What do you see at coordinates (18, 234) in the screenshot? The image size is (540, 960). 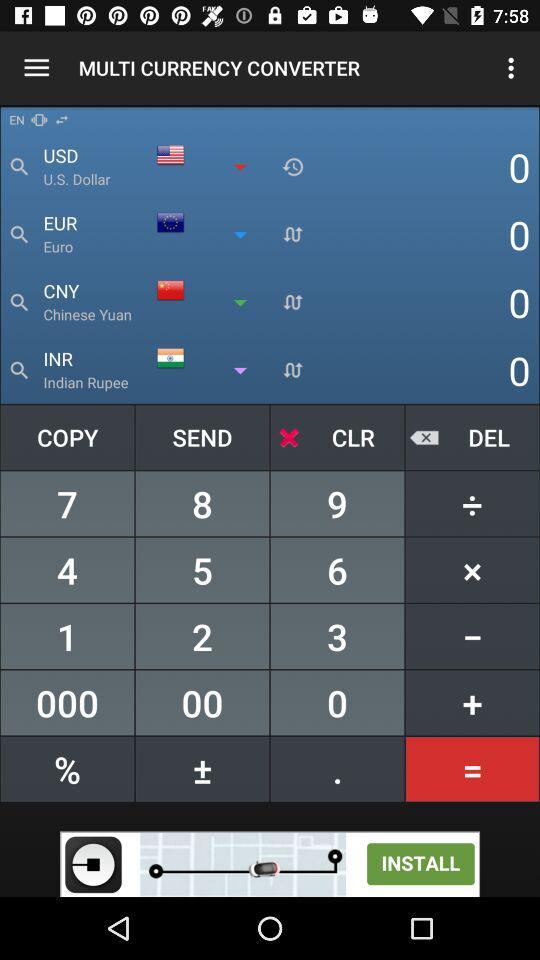 I see `the search icon` at bounding box center [18, 234].